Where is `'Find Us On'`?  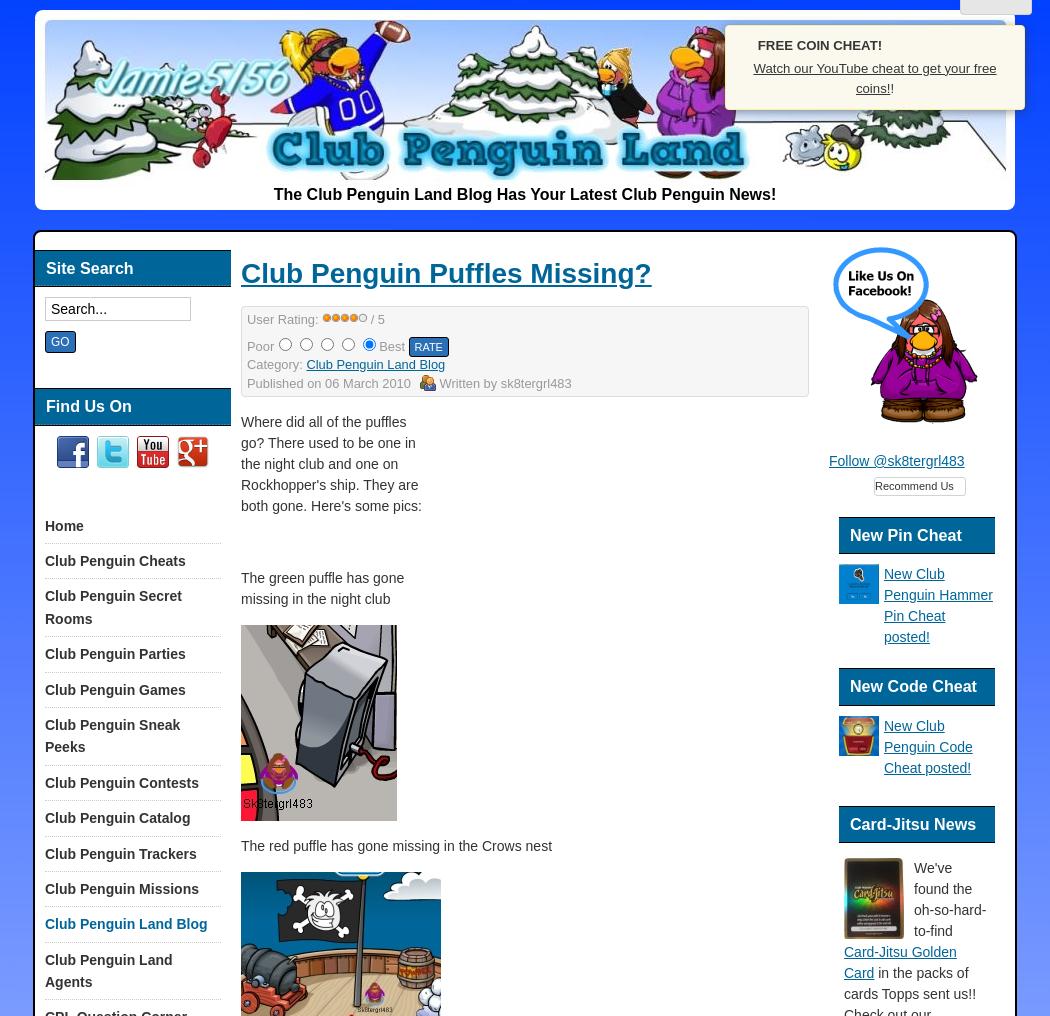 'Find Us On' is located at coordinates (88, 404).